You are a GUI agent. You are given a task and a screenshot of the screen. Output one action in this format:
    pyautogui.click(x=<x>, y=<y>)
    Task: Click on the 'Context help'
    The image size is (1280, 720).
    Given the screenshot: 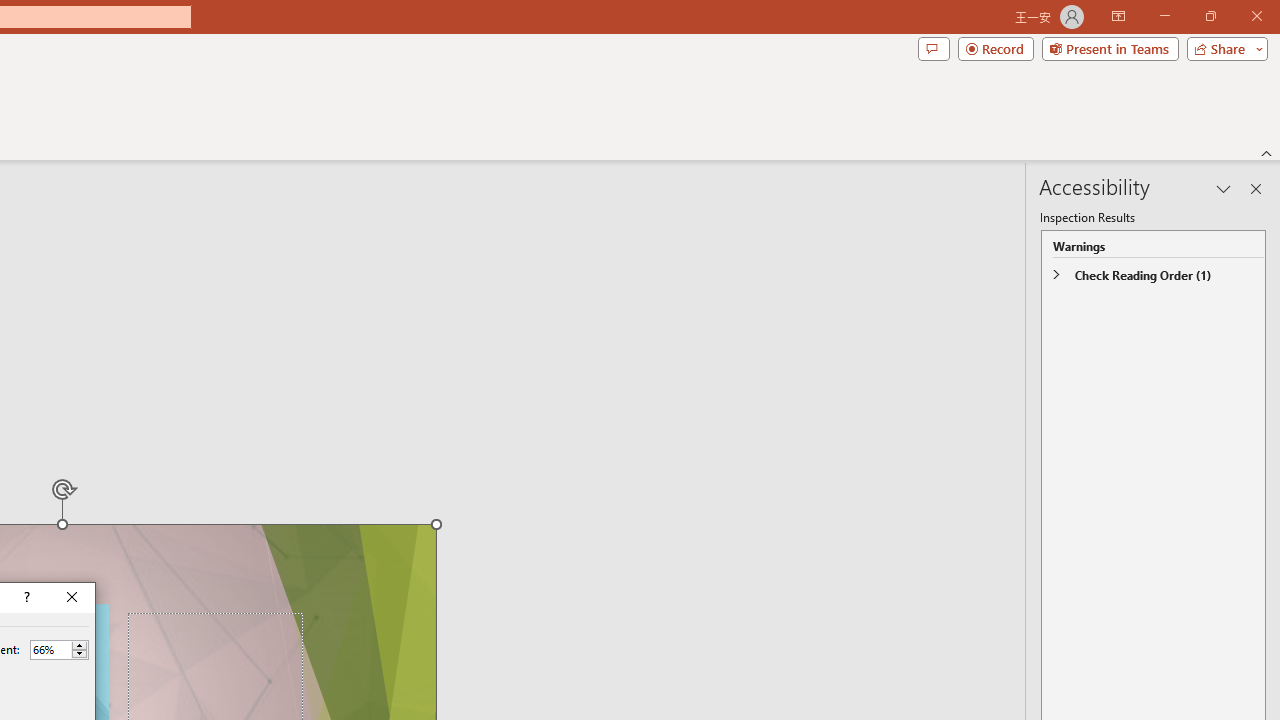 What is the action you would take?
    pyautogui.click(x=25, y=596)
    